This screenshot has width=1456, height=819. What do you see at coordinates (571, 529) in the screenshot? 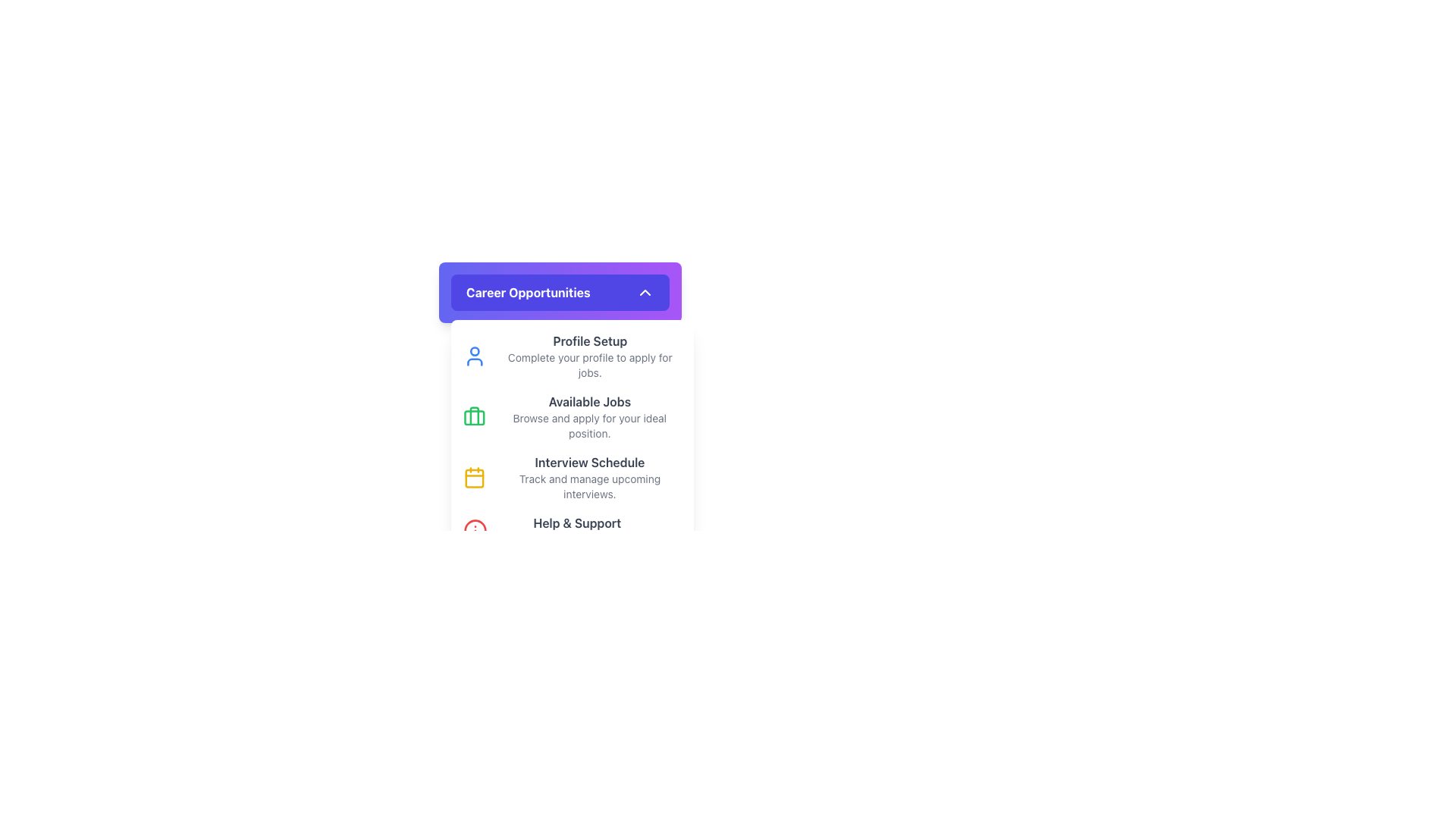
I see `the Text Display with Icon, which is the fourth item in the vertical list under 'Career Opportunities', located directly below 'Interview Schedule'` at bounding box center [571, 529].